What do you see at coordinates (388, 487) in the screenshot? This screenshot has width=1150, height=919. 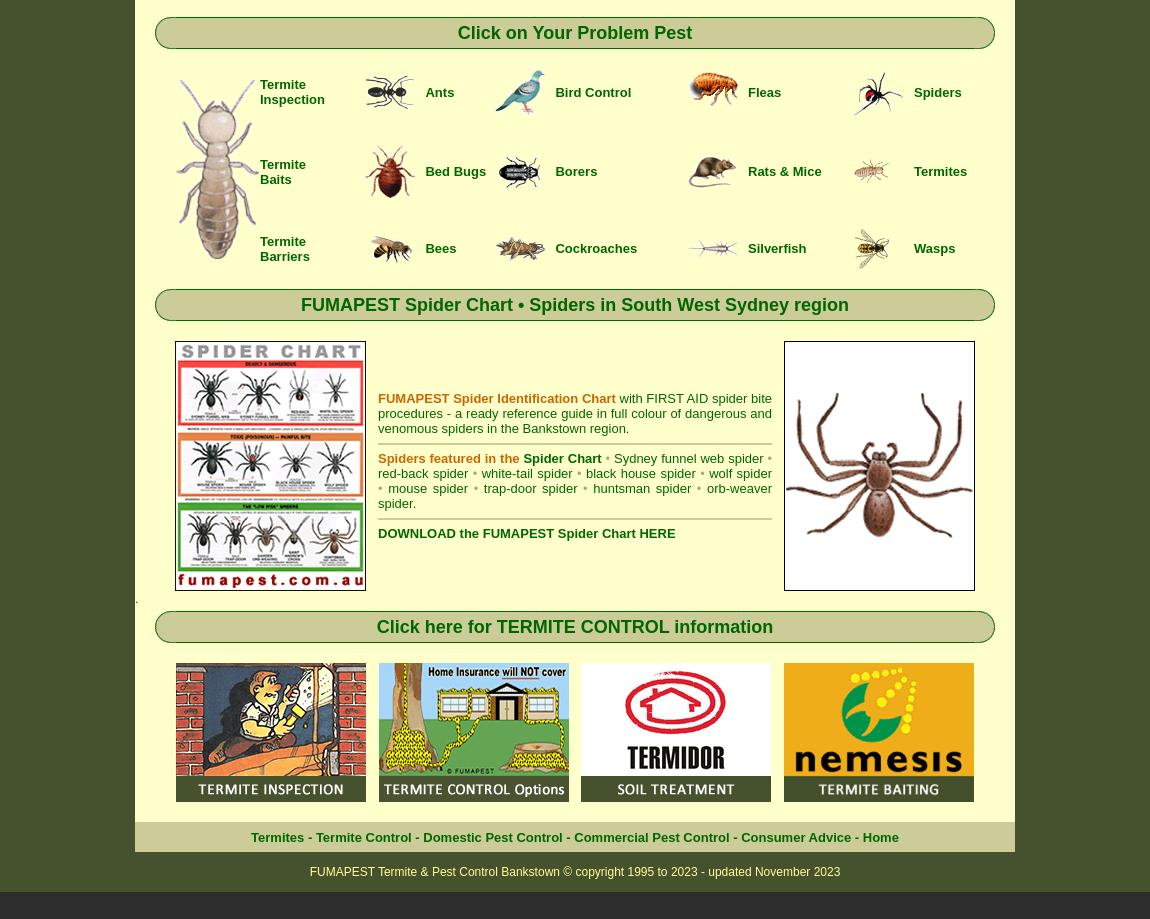 I see `'mouse spider'` at bounding box center [388, 487].